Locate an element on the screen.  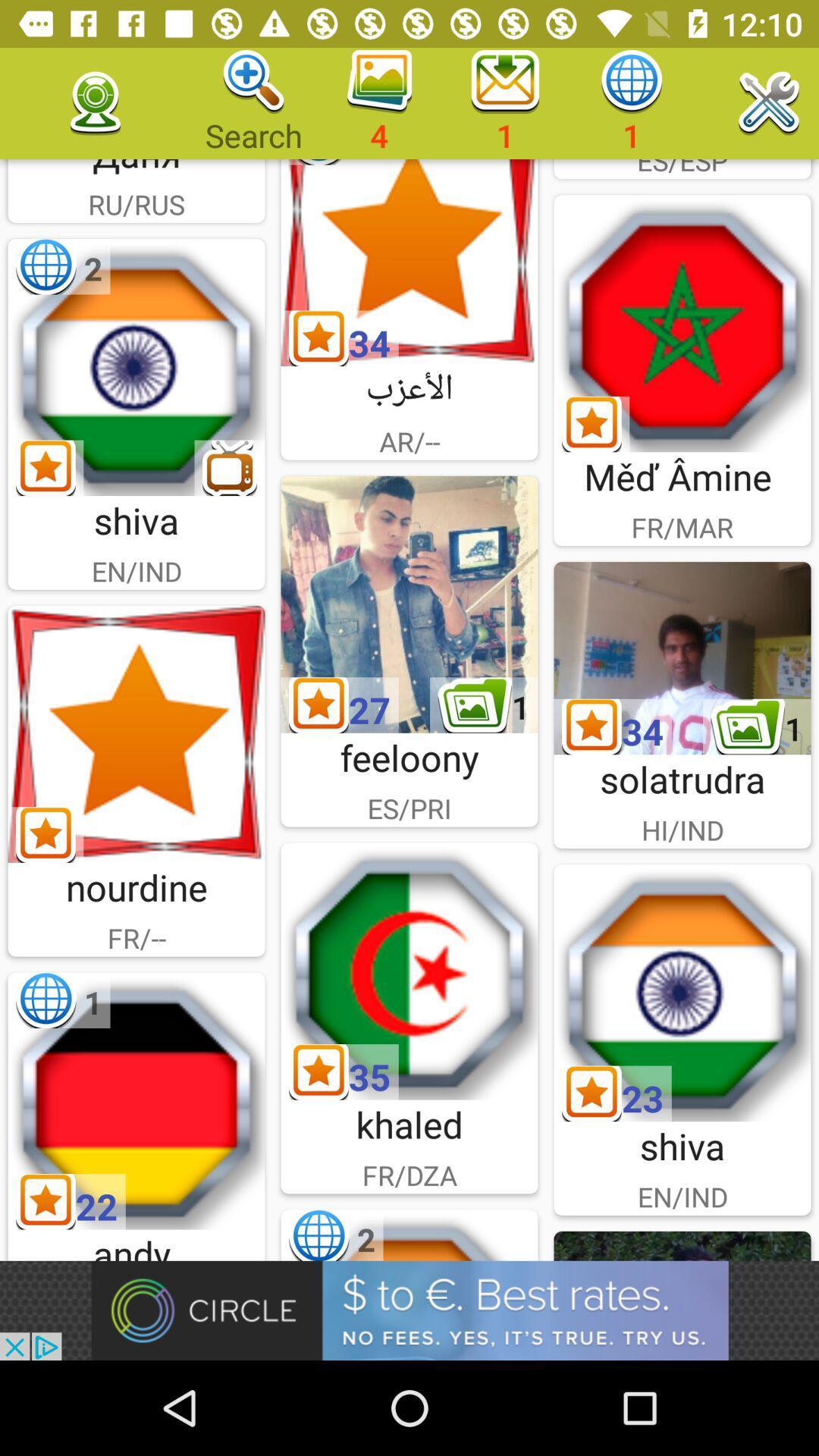
symbol is located at coordinates (409, 262).